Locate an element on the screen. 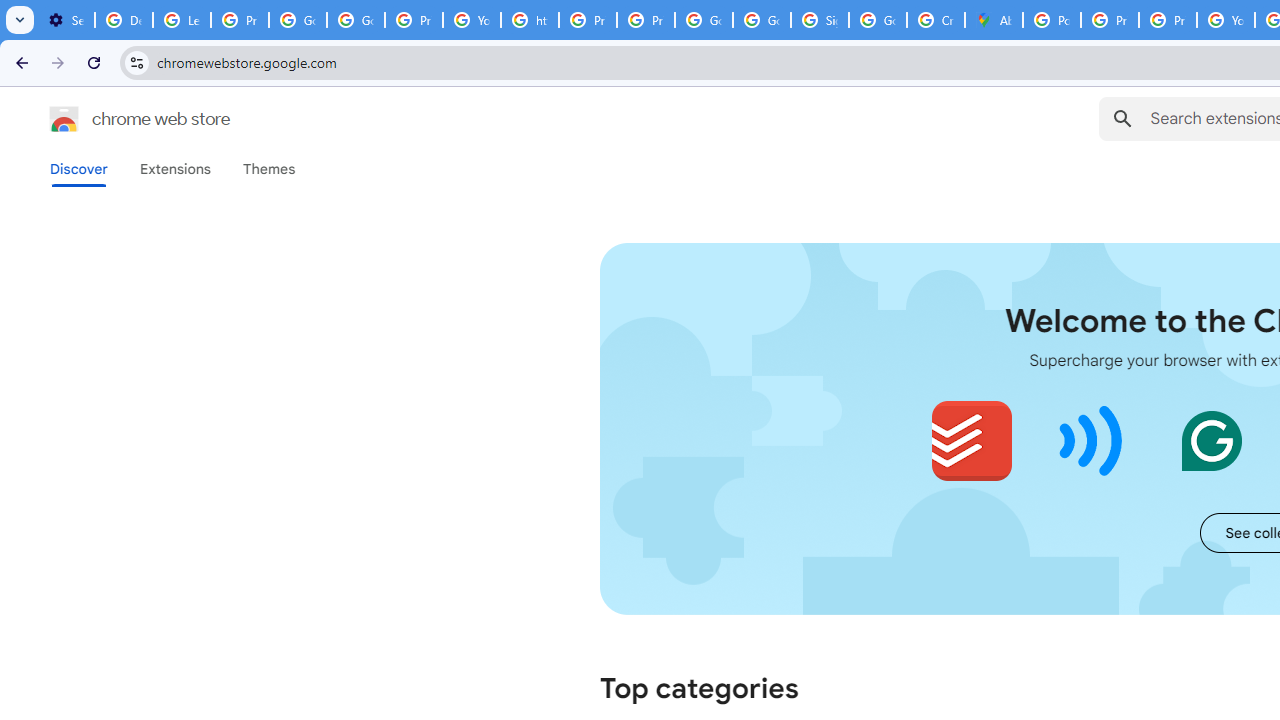  'Volume Master' is located at coordinates (1090, 440).